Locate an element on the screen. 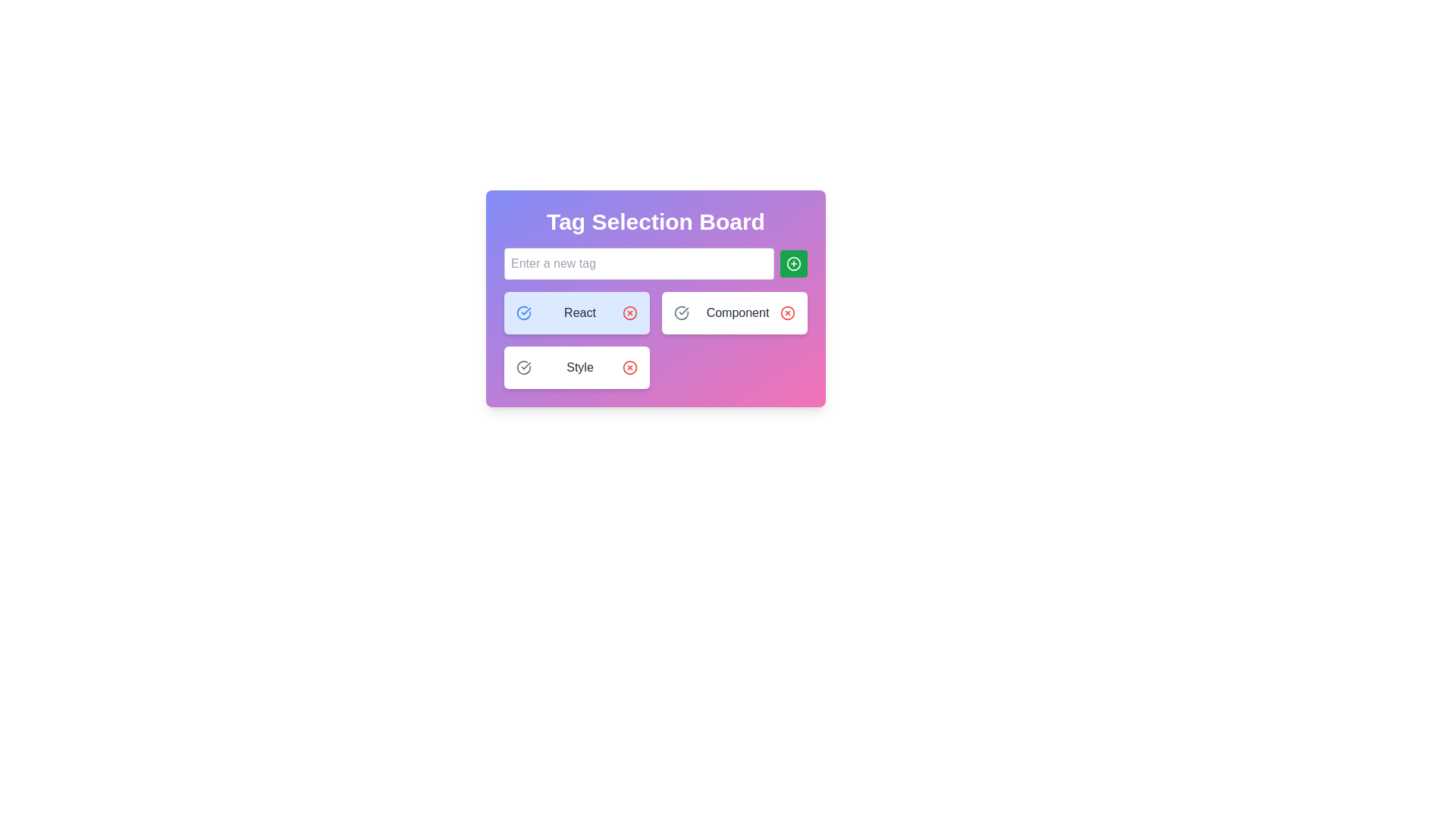 The width and height of the screenshot is (1456, 819). the text label displaying 'React' in gray font color, which is the first tag in a horizontal list of tags with a light blue background and rounded borders is located at coordinates (579, 312).